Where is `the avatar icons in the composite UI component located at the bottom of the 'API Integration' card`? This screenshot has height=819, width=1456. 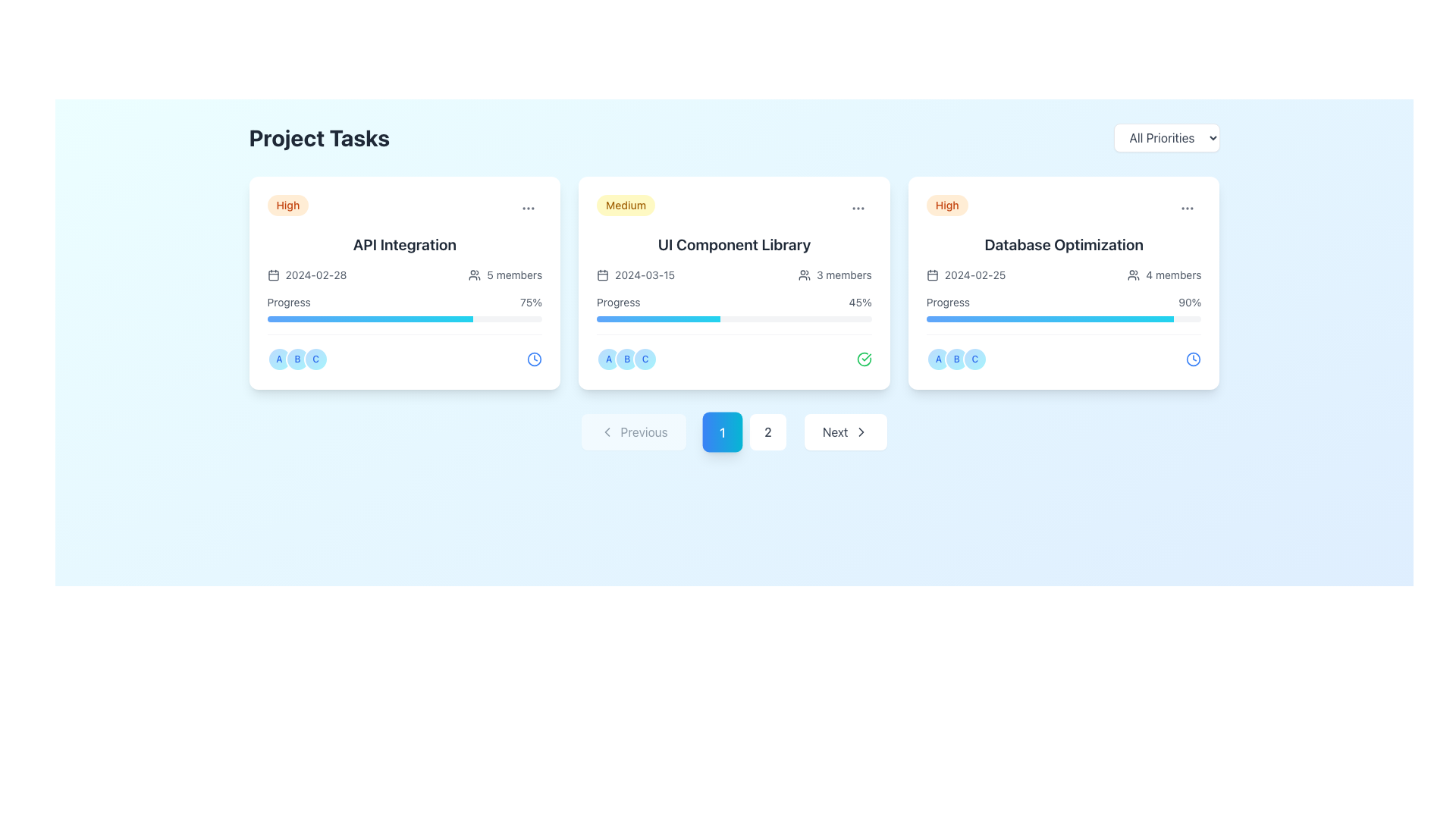 the avatar icons in the composite UI component located at the bottom of the 'API Integration' card is located at coordinates (404, 353).